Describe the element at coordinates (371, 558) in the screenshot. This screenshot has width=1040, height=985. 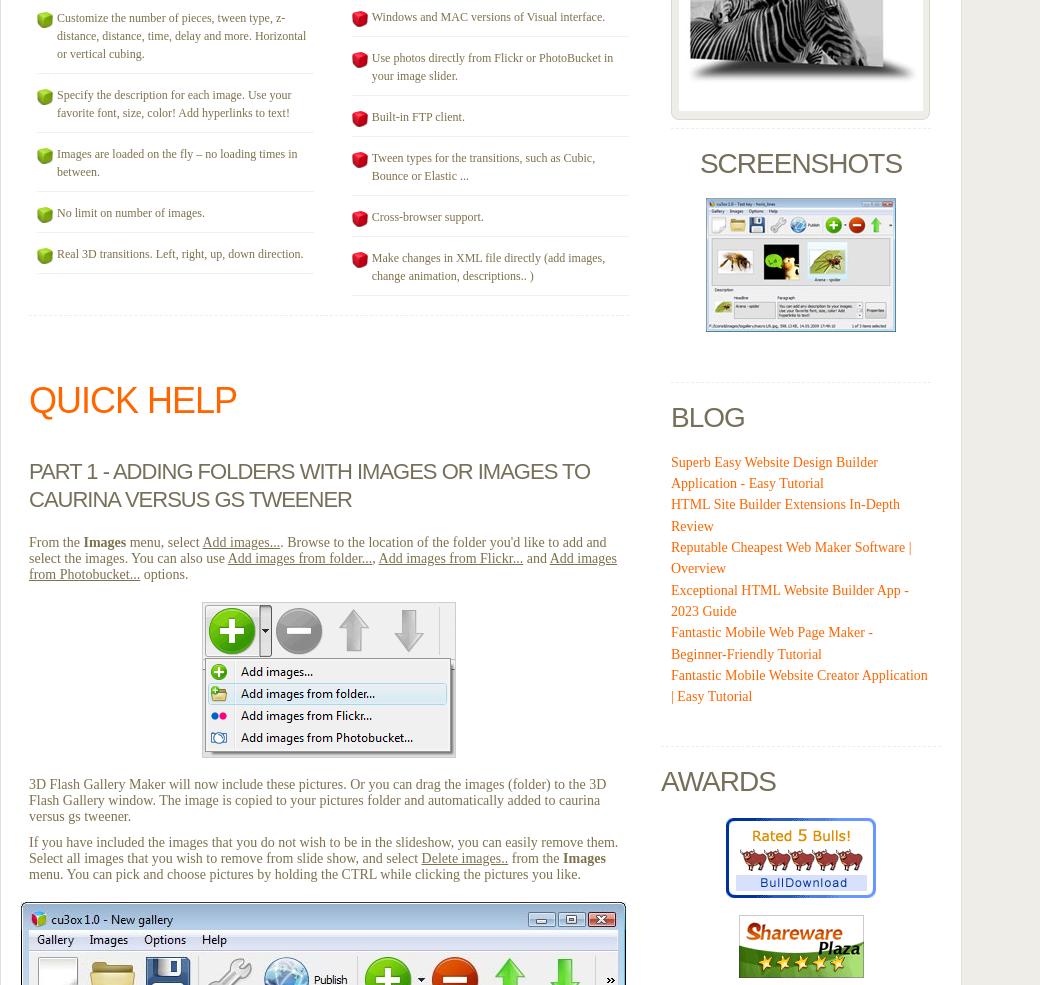
I see `','` at that location.